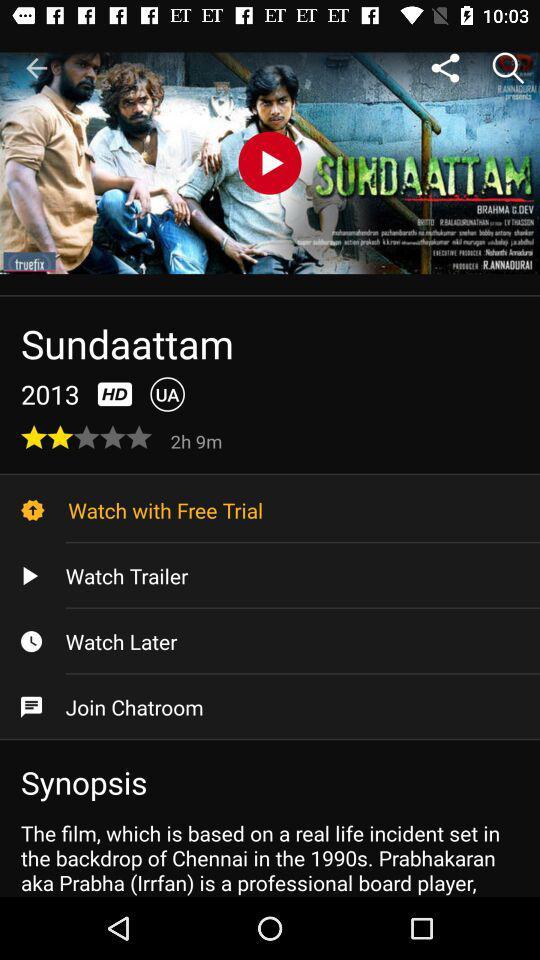  I want to click on the join chatroom icon, so click(270, 707).